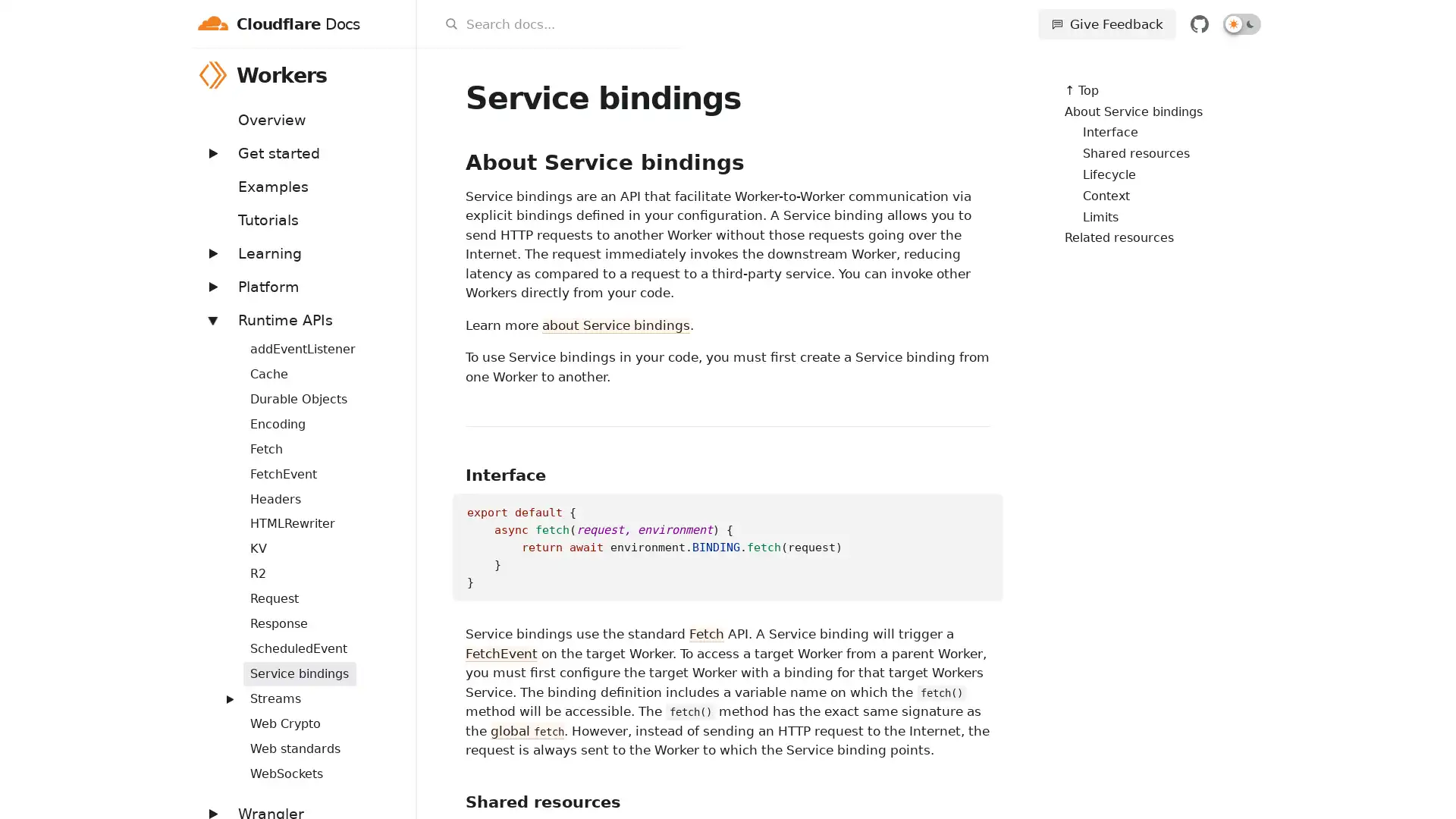  I want to click on Expand: Streams, so click(228, 698).